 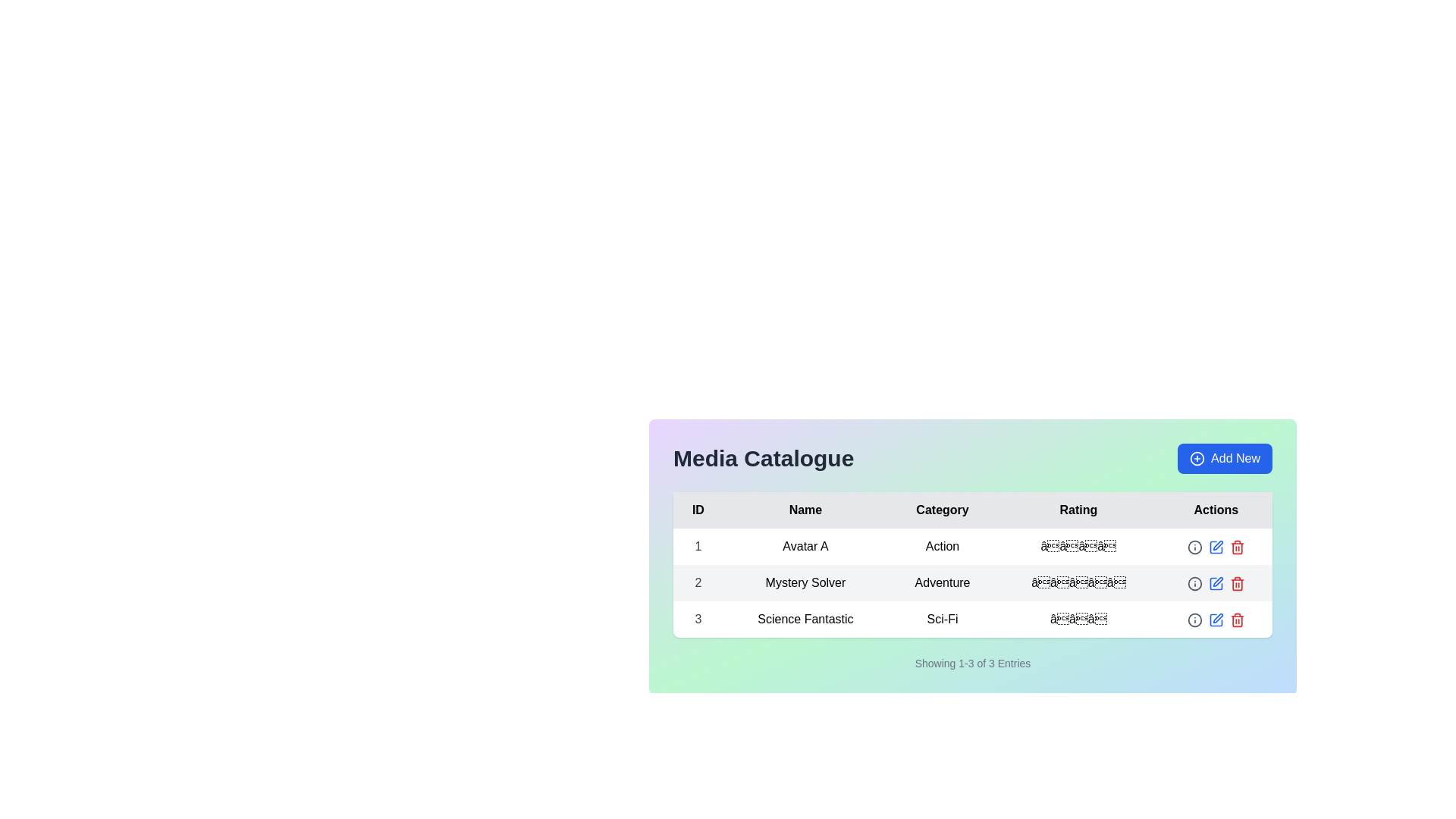 I want to click on the text label 'Sci-Fi' located in the third column of the third row in a table structure under the 'Category' label, so click(x=942, y=620).